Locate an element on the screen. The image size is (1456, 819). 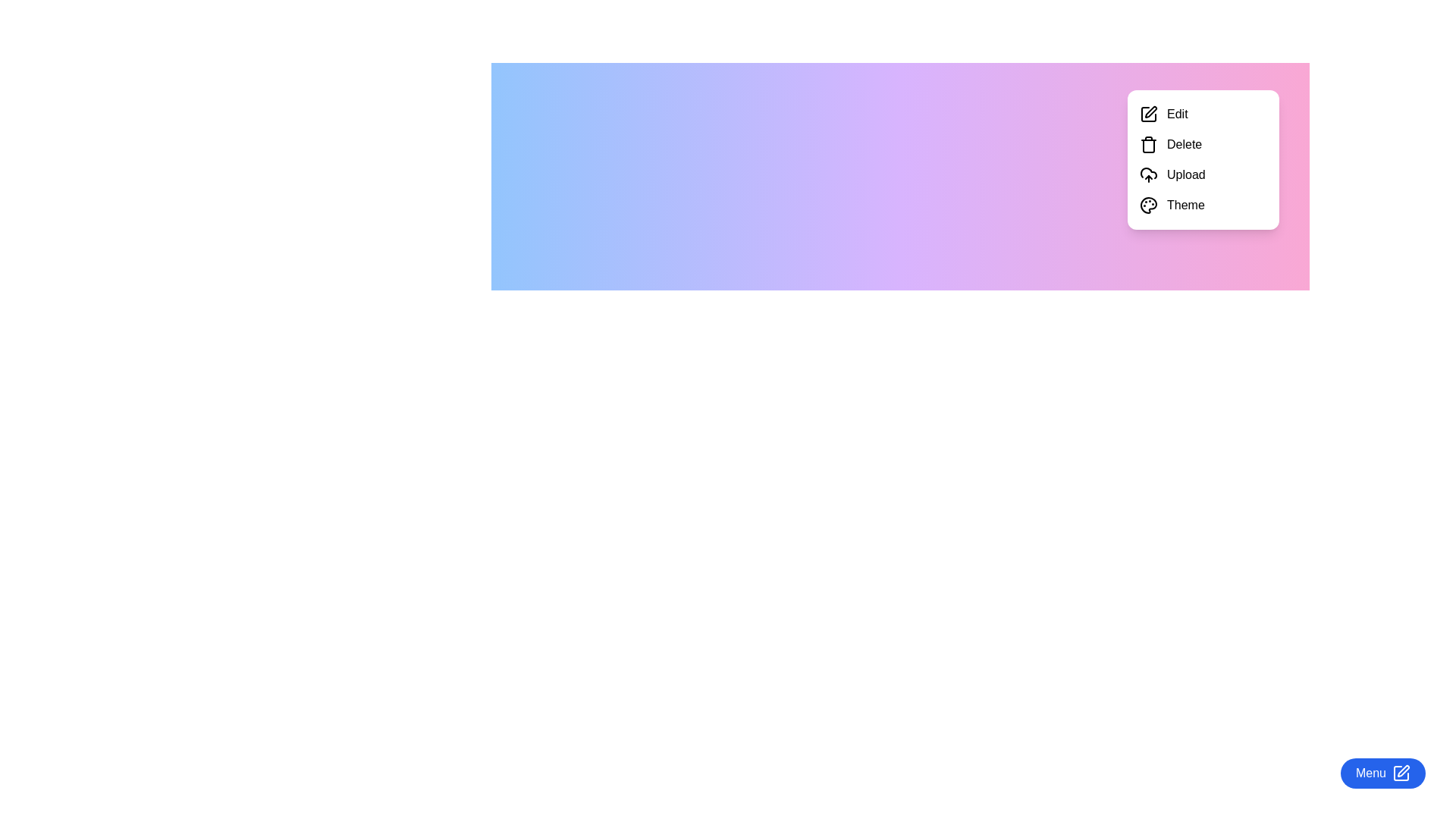
the Upload menu option is located at coordinates (1203, 174).